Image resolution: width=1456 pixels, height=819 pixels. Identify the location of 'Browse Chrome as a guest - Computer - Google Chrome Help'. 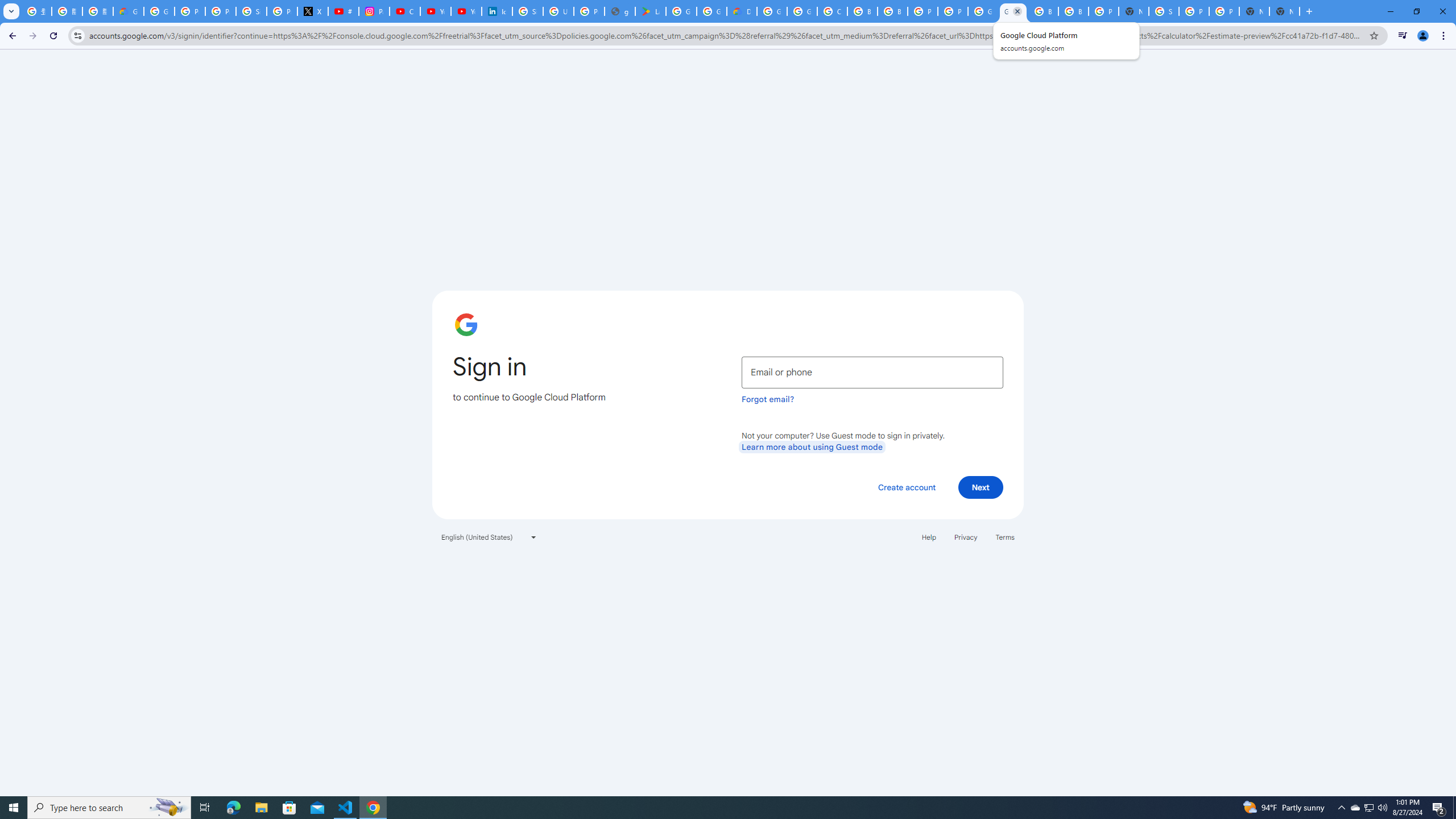
(892, 11).